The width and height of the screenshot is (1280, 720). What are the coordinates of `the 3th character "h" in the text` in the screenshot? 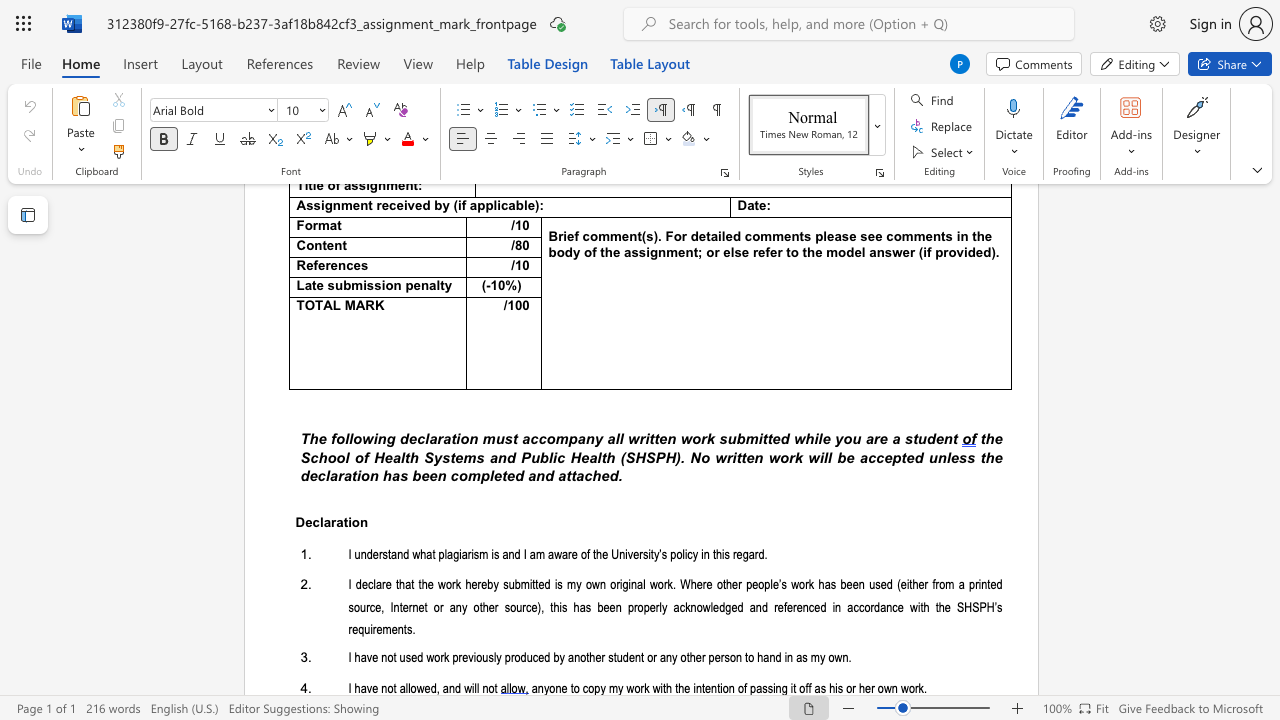 It's located at (609, 457).